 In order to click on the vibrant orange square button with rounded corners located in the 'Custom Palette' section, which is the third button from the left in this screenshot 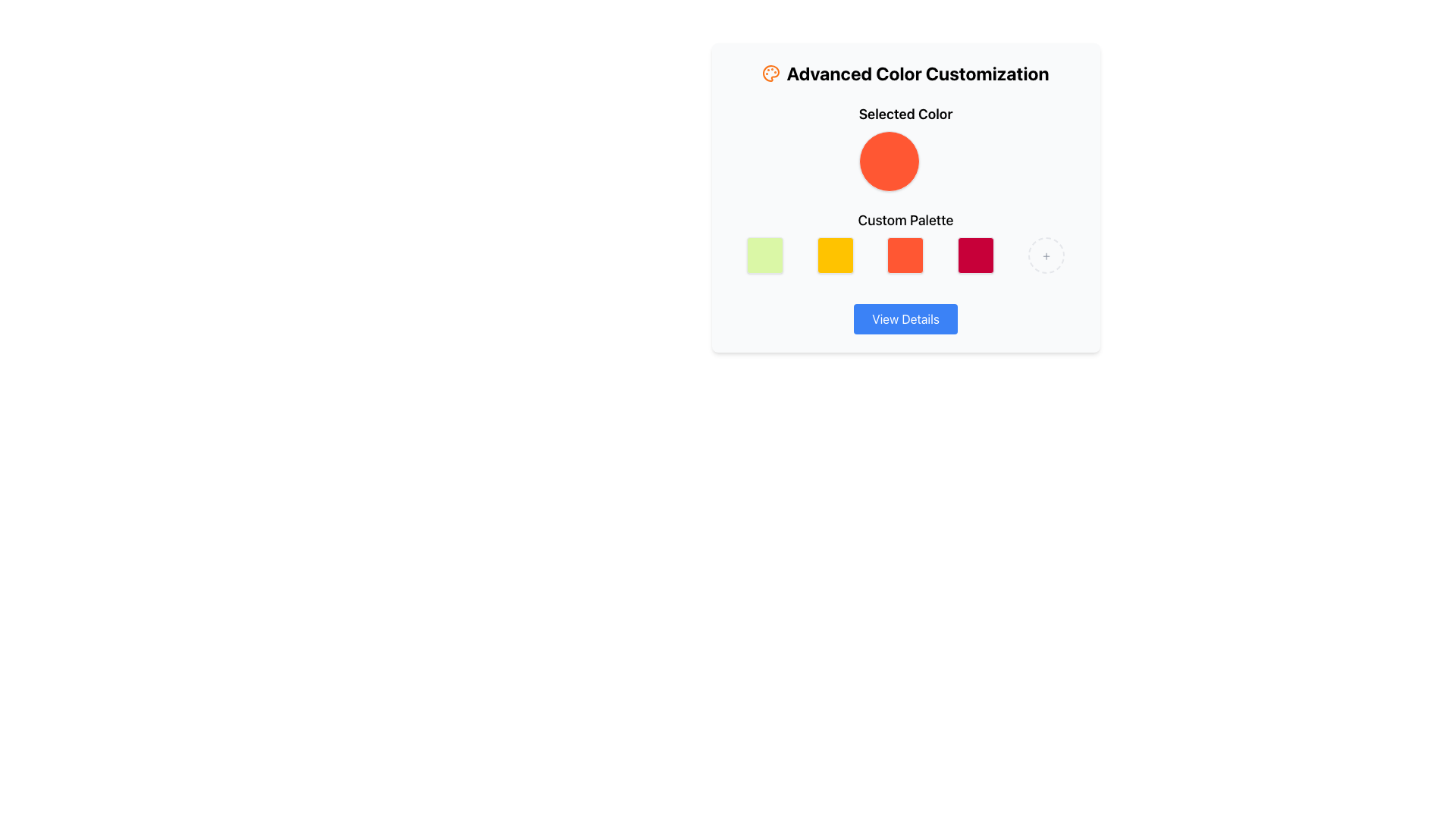, I will do `click(905, 254)`.